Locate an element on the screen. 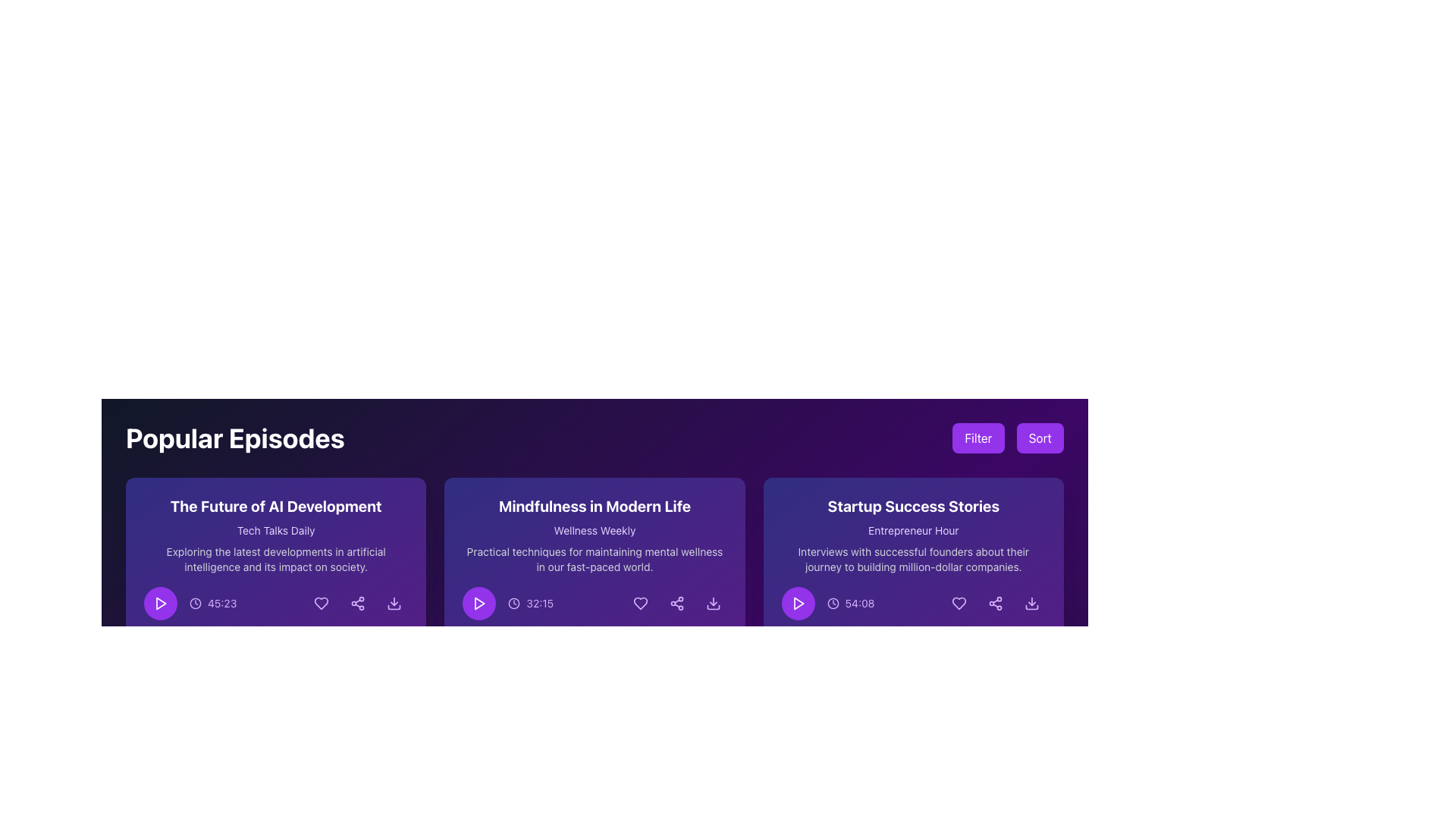  the circular button with a purple background and white play icon for accessibility interaction is located at coordinates (160, 602).